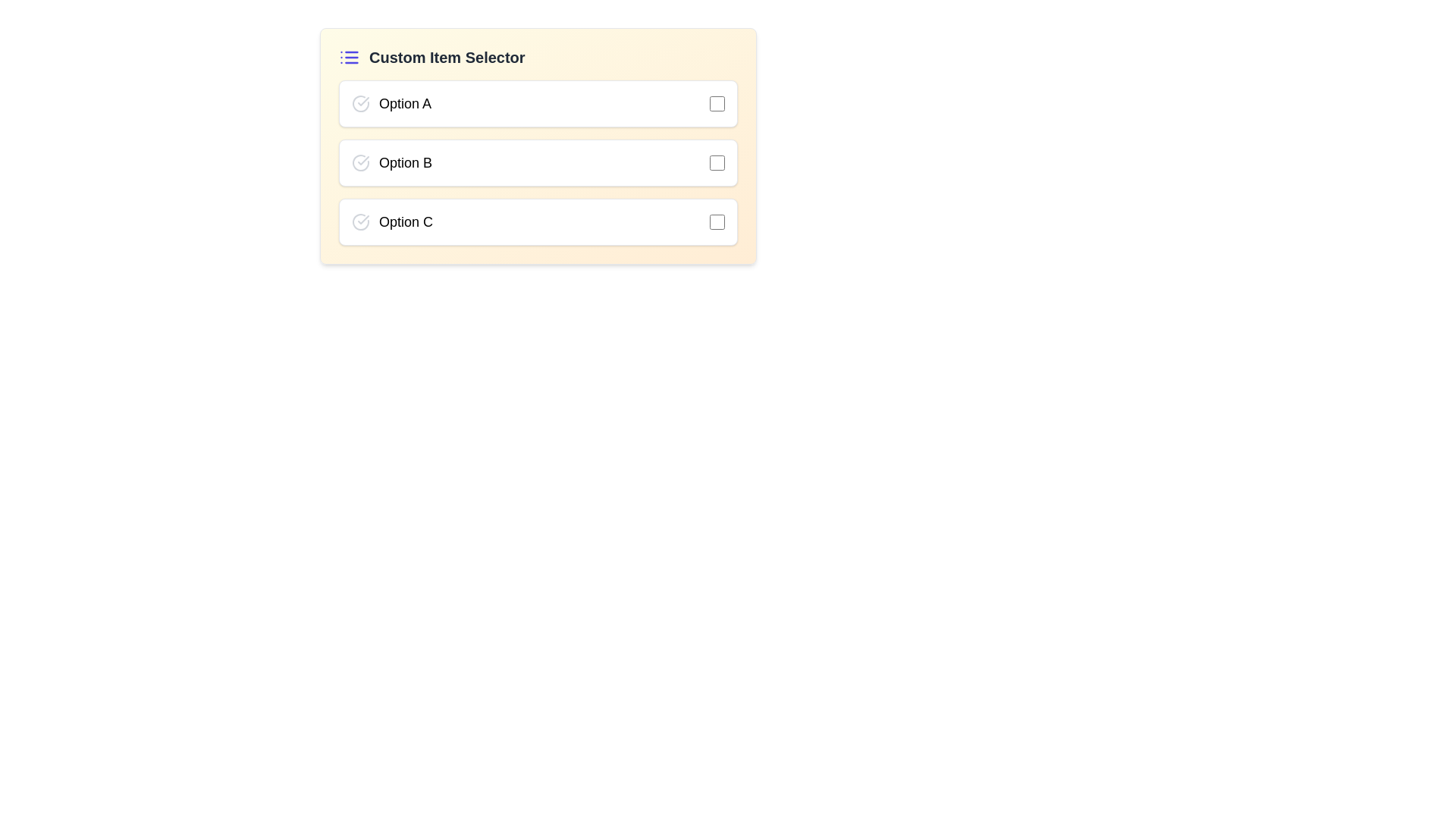 Image resolution: width=1456 pixels, height=819 pixels. What do you see at coordinates (716, 163) in the screenshot?
I see `the checkbox for 'Option B' to observe the hover effects` at bounding box center [716, 163].